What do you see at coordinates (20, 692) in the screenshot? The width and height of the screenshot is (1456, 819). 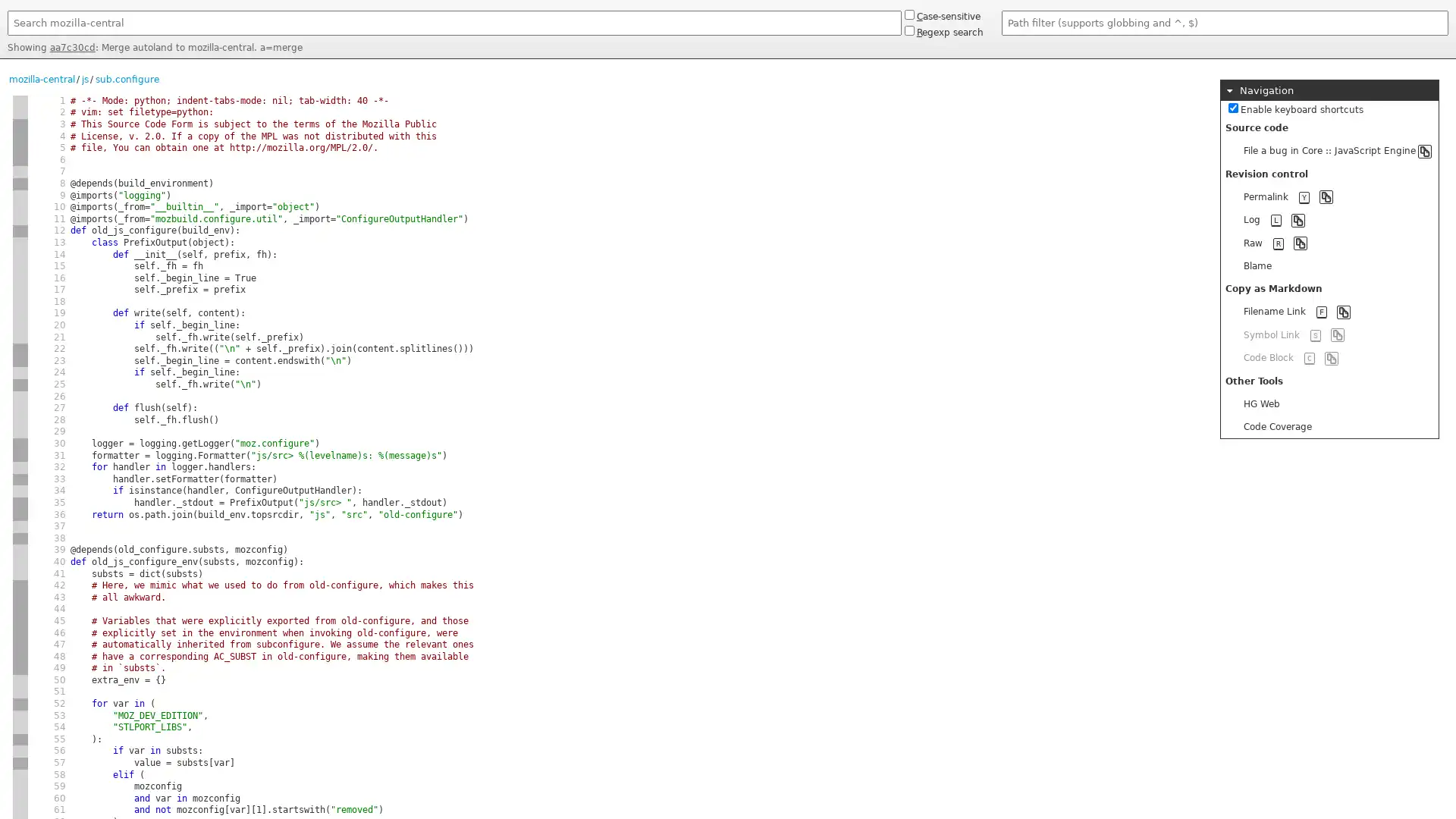 I see `same hash 5` at bounding box center [20, 692].